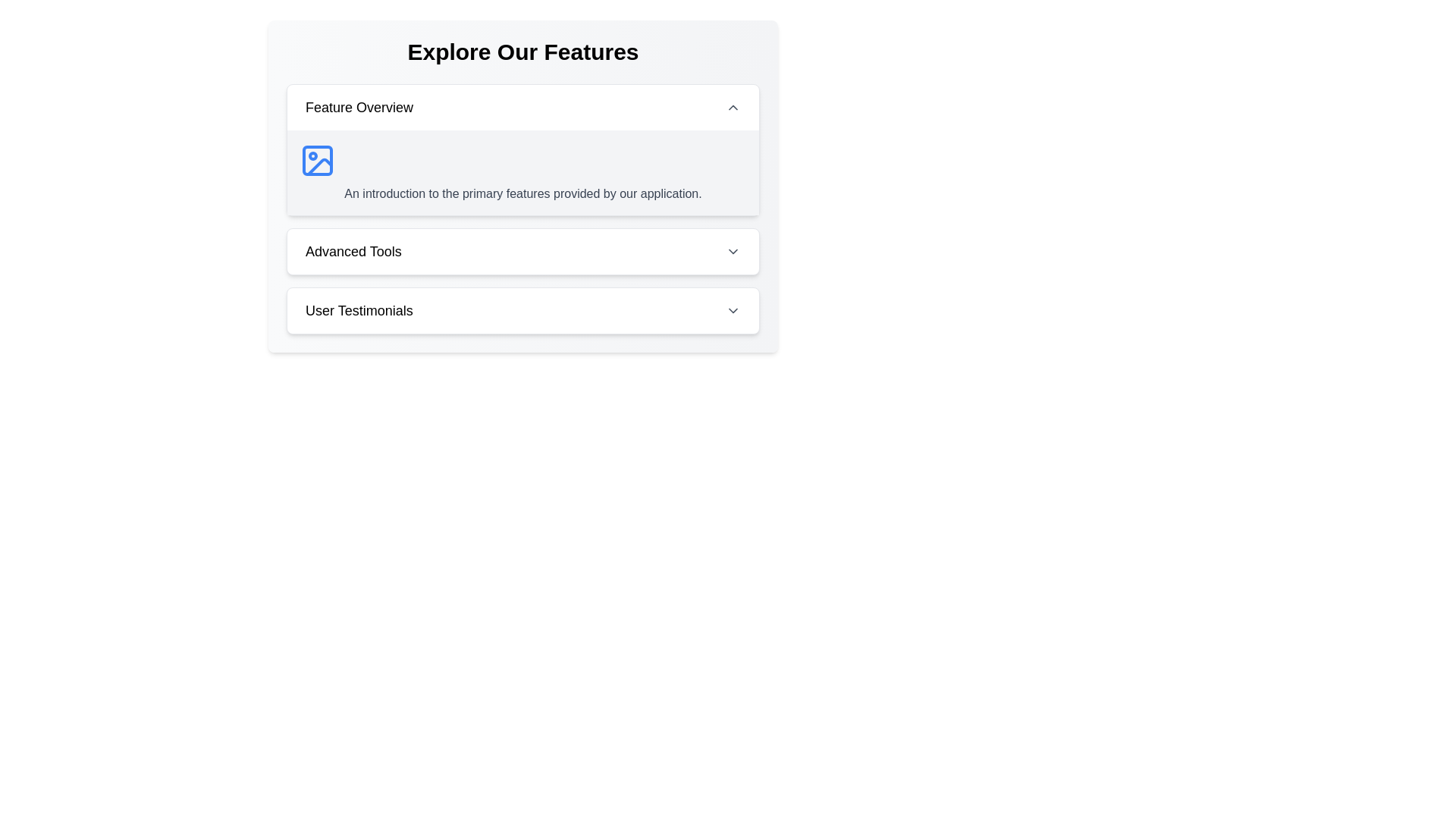 This screenshot has width=1456, height=819. Describe the element at coordinates (733, 107) in the screenshot. I see `the chevron icon on the right side of the 'Feature Overview' section` at that location.